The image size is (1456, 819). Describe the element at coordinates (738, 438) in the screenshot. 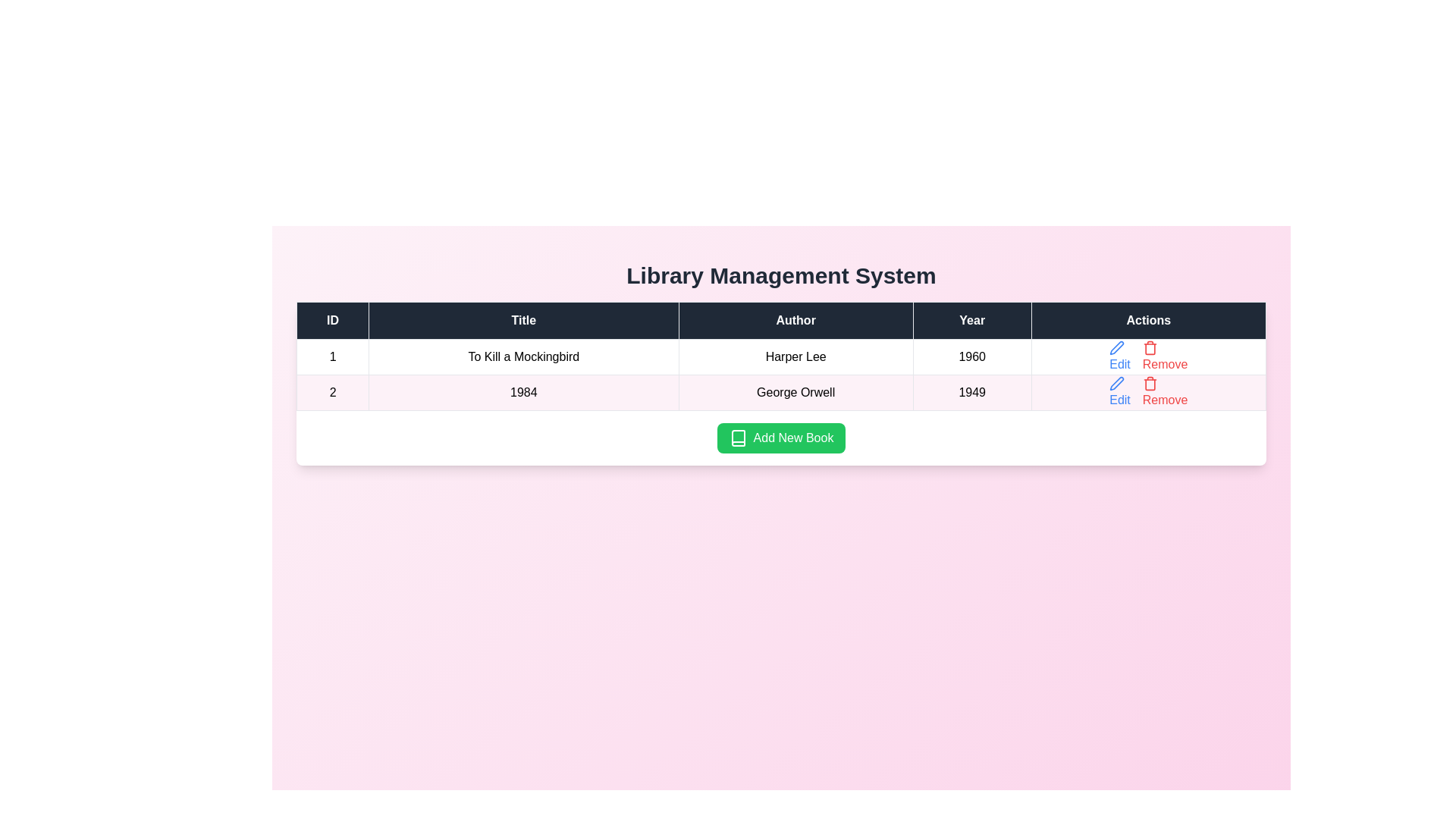

I see `the Decorative icon located to the left of the 'Add New Book' button, which serves as a visual aid for the button's functionality` at that location.